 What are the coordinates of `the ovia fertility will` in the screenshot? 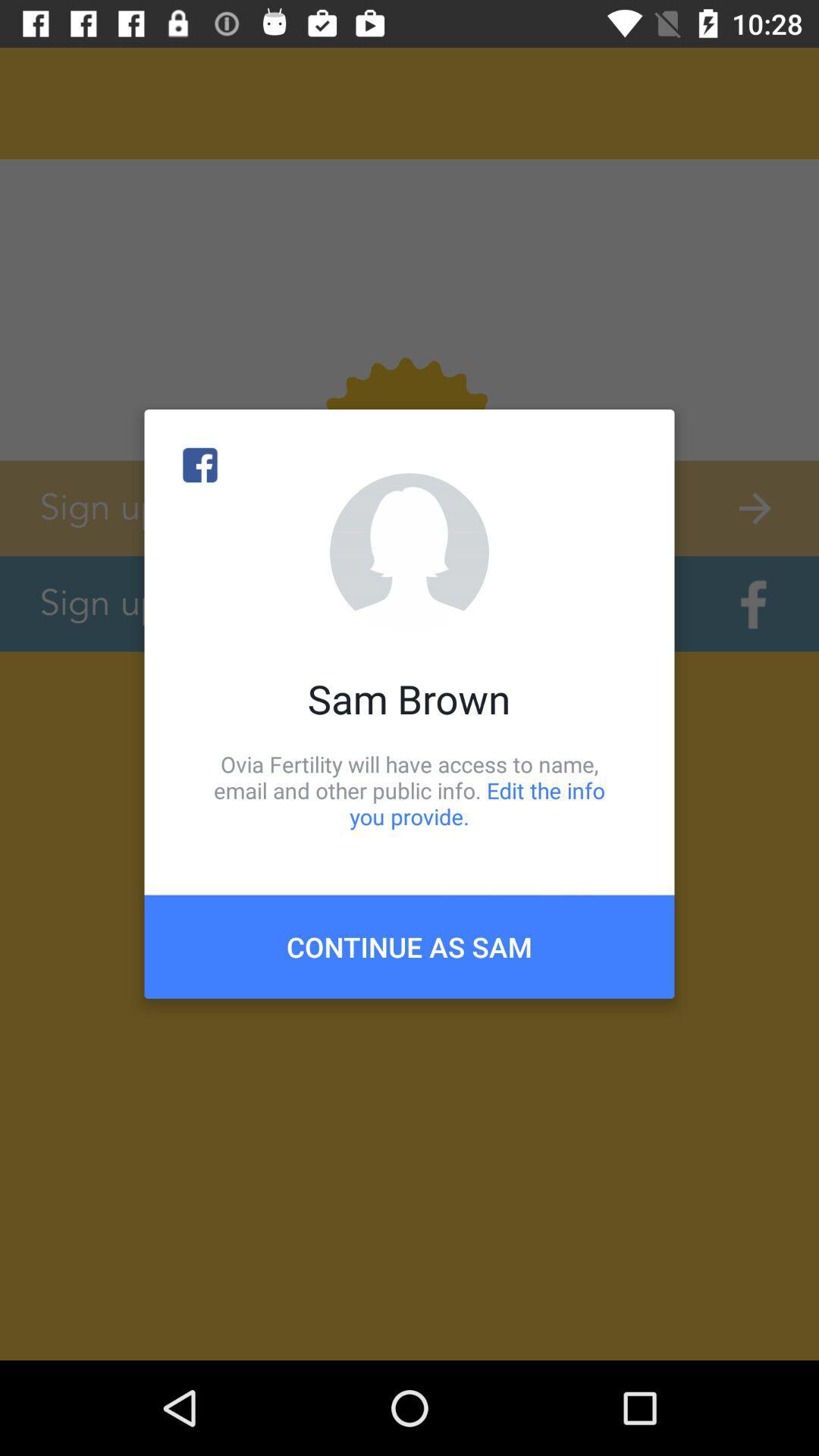 It's located at (409, 789).